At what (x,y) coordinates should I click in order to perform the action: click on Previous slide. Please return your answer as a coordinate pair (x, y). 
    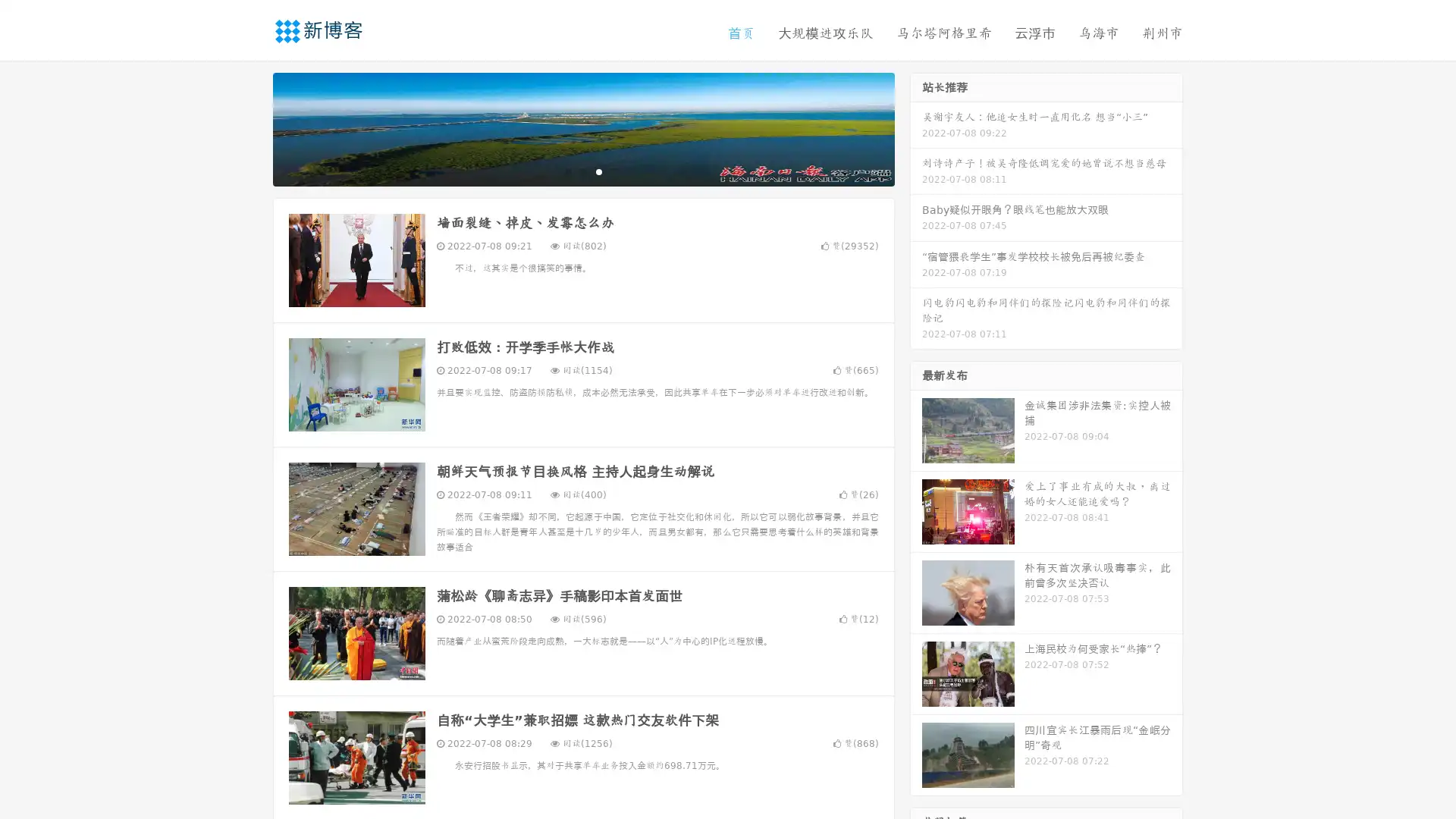
    Looking at the image, I should click on (250, 127).